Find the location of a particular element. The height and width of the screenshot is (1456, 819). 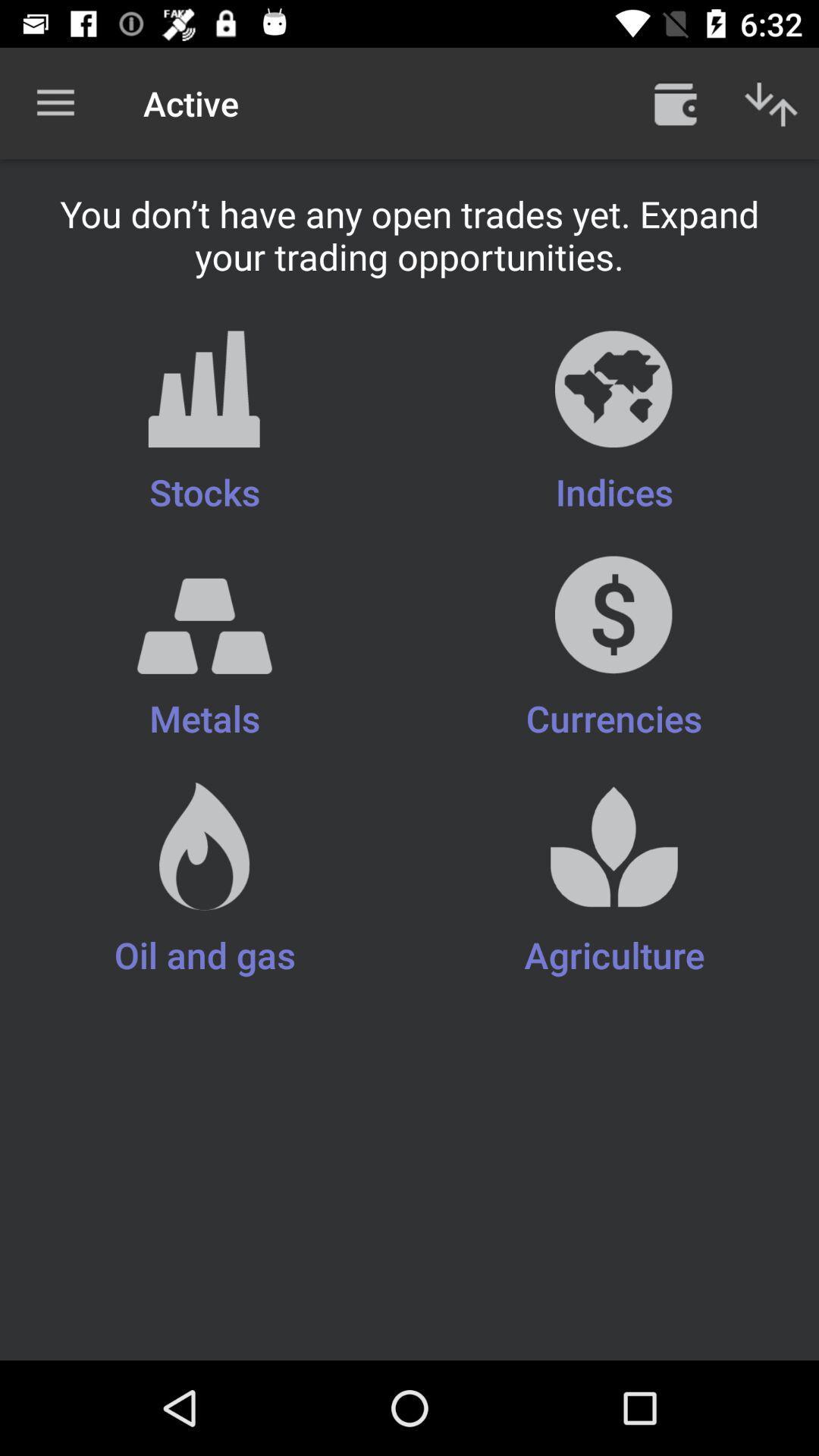

the agriculture icon is located at coordinates (614, 881).